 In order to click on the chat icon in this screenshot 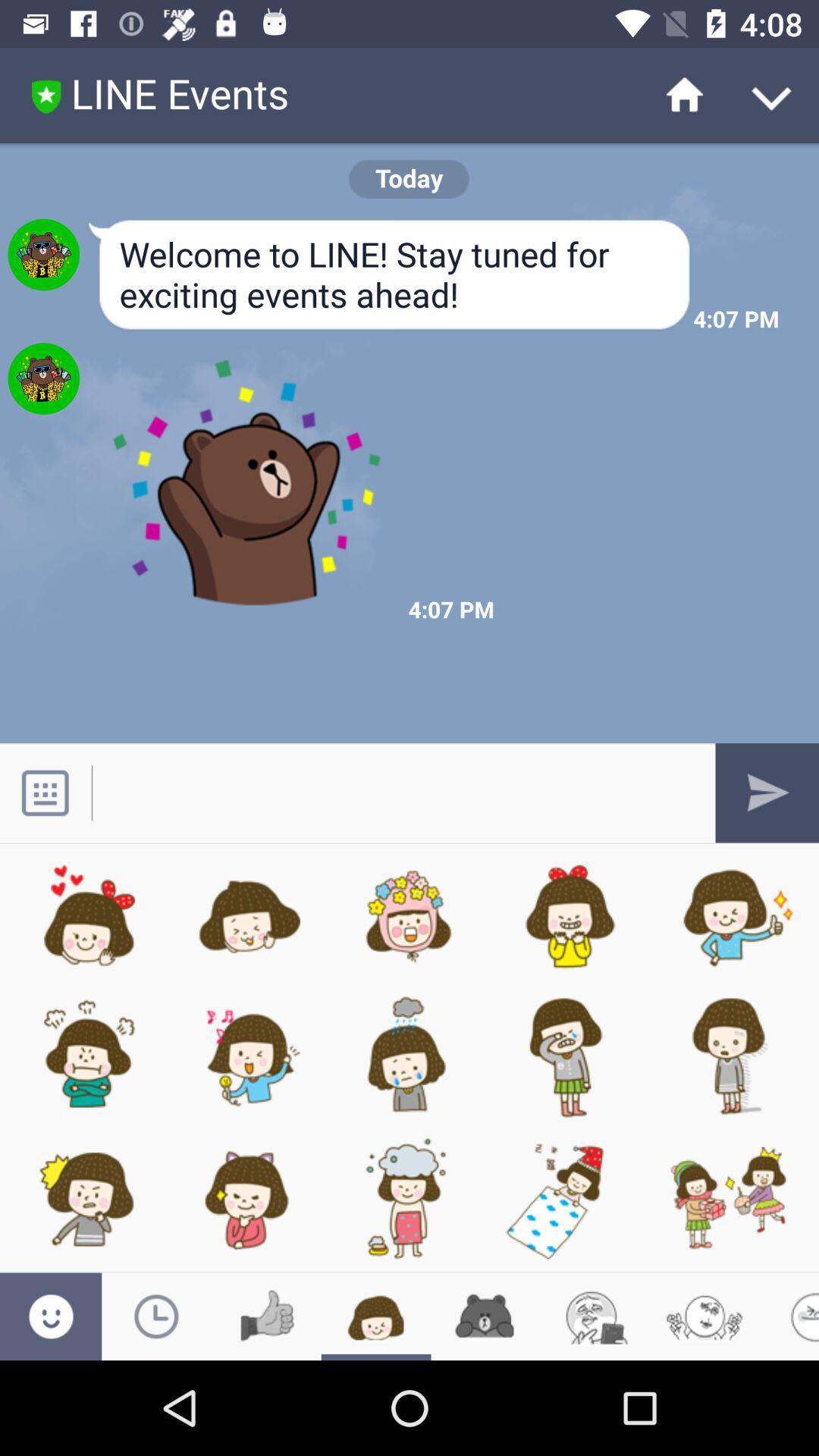, I will do `click(375, 1316)`.